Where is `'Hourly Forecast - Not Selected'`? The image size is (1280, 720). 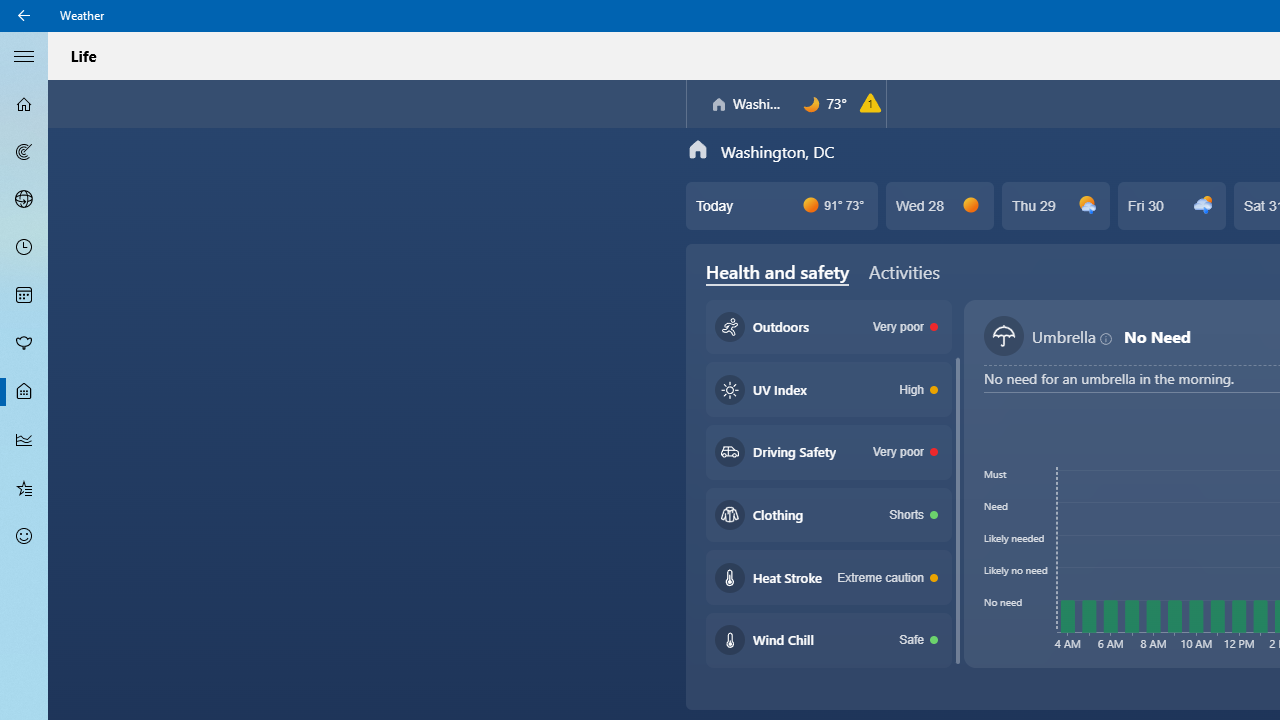 'Hourly Forecast - Not Selected' is located at coordinates (24, 247).